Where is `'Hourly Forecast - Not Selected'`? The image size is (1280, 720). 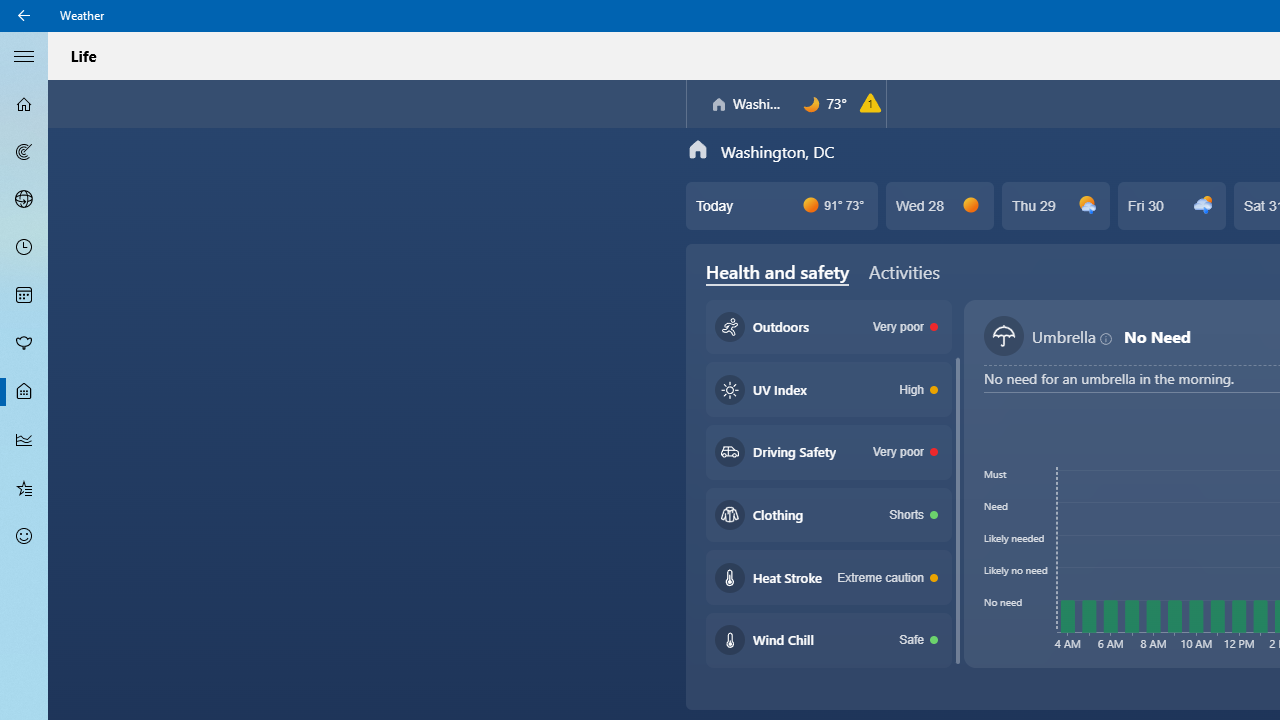 'Hourly Forecast - Not Selected' is located at coordinates (24, 247).